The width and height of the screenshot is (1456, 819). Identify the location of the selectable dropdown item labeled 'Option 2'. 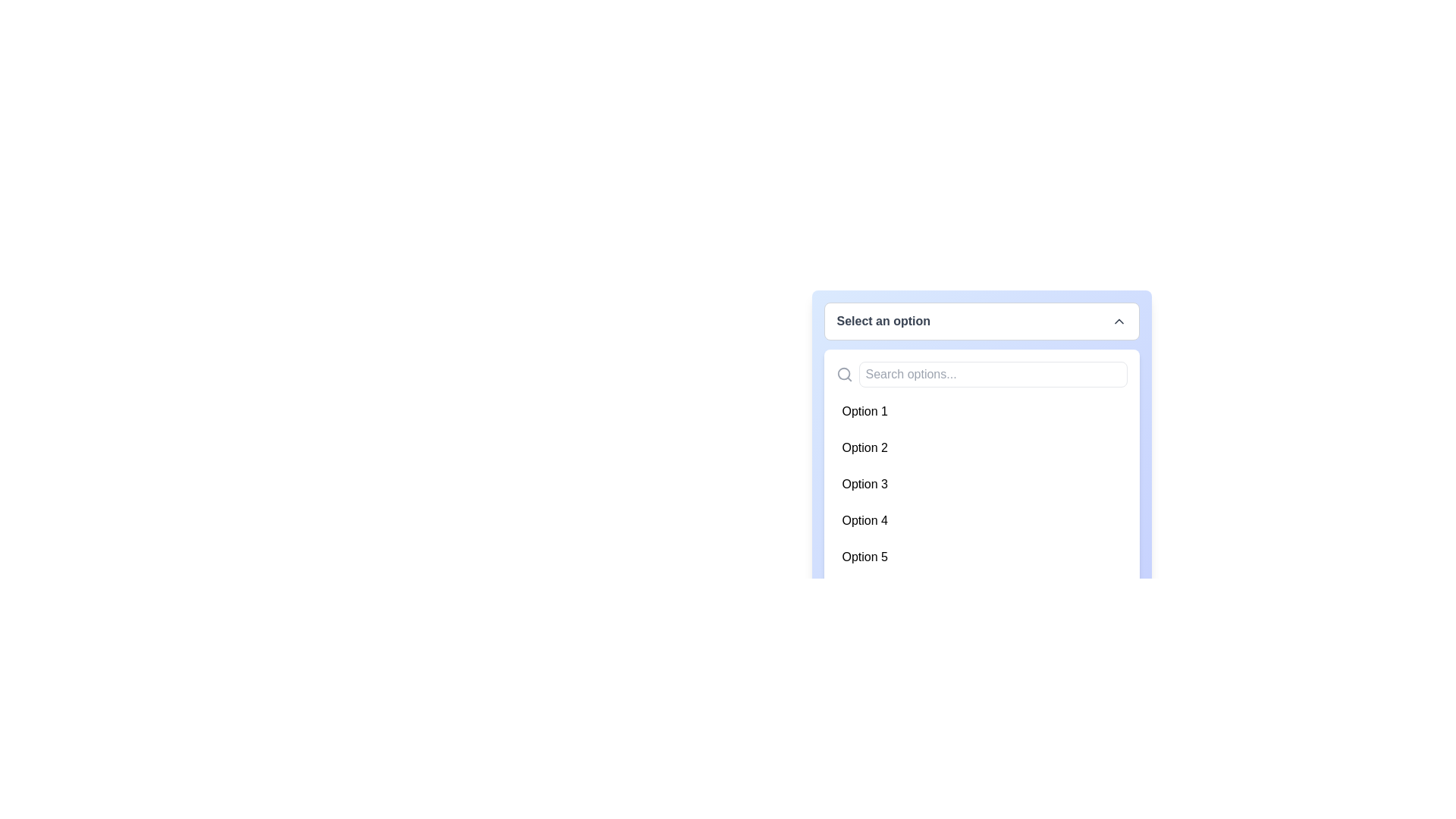
(864, 447).